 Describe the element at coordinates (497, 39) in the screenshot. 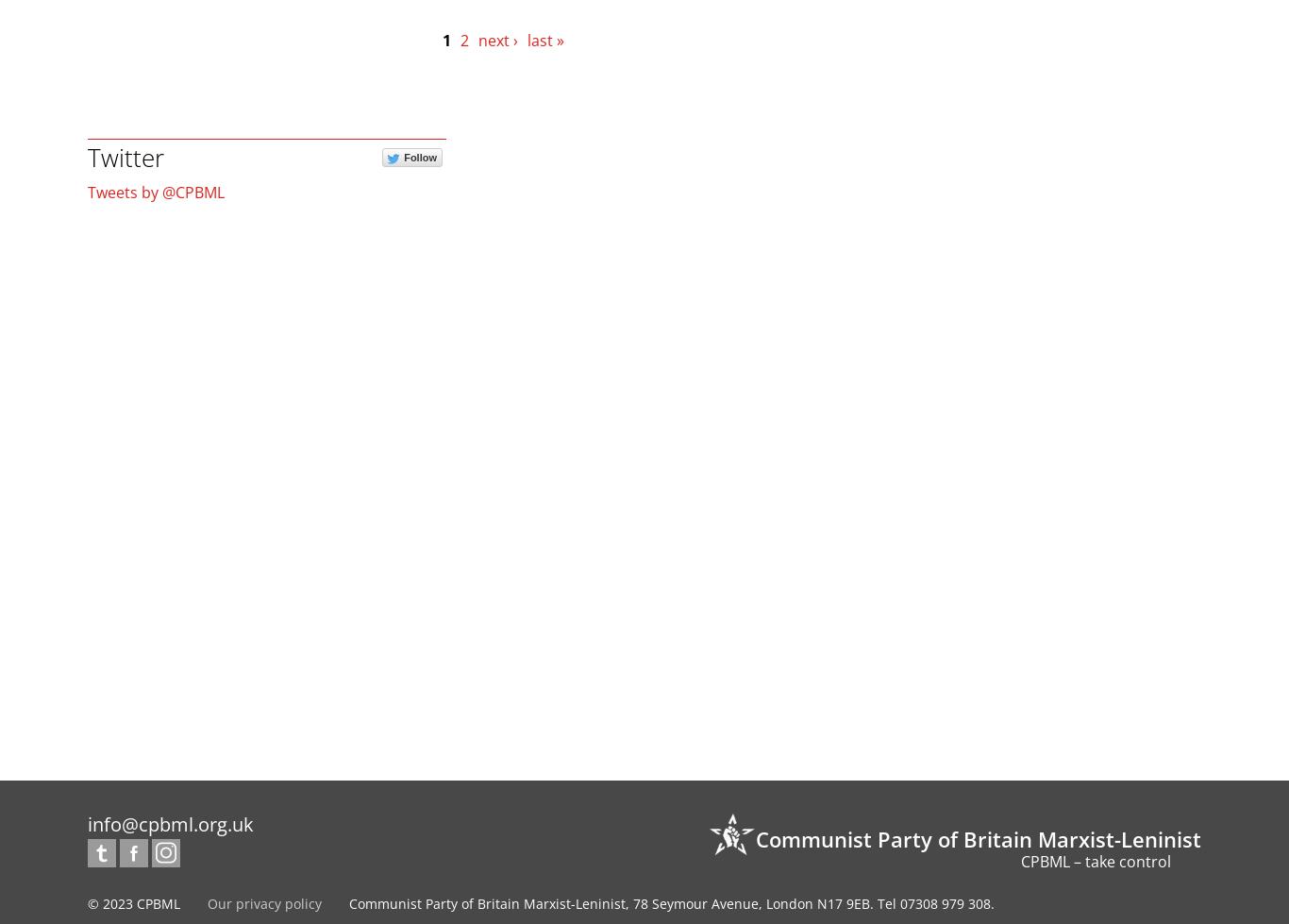

I see `'next ›'` at that location.